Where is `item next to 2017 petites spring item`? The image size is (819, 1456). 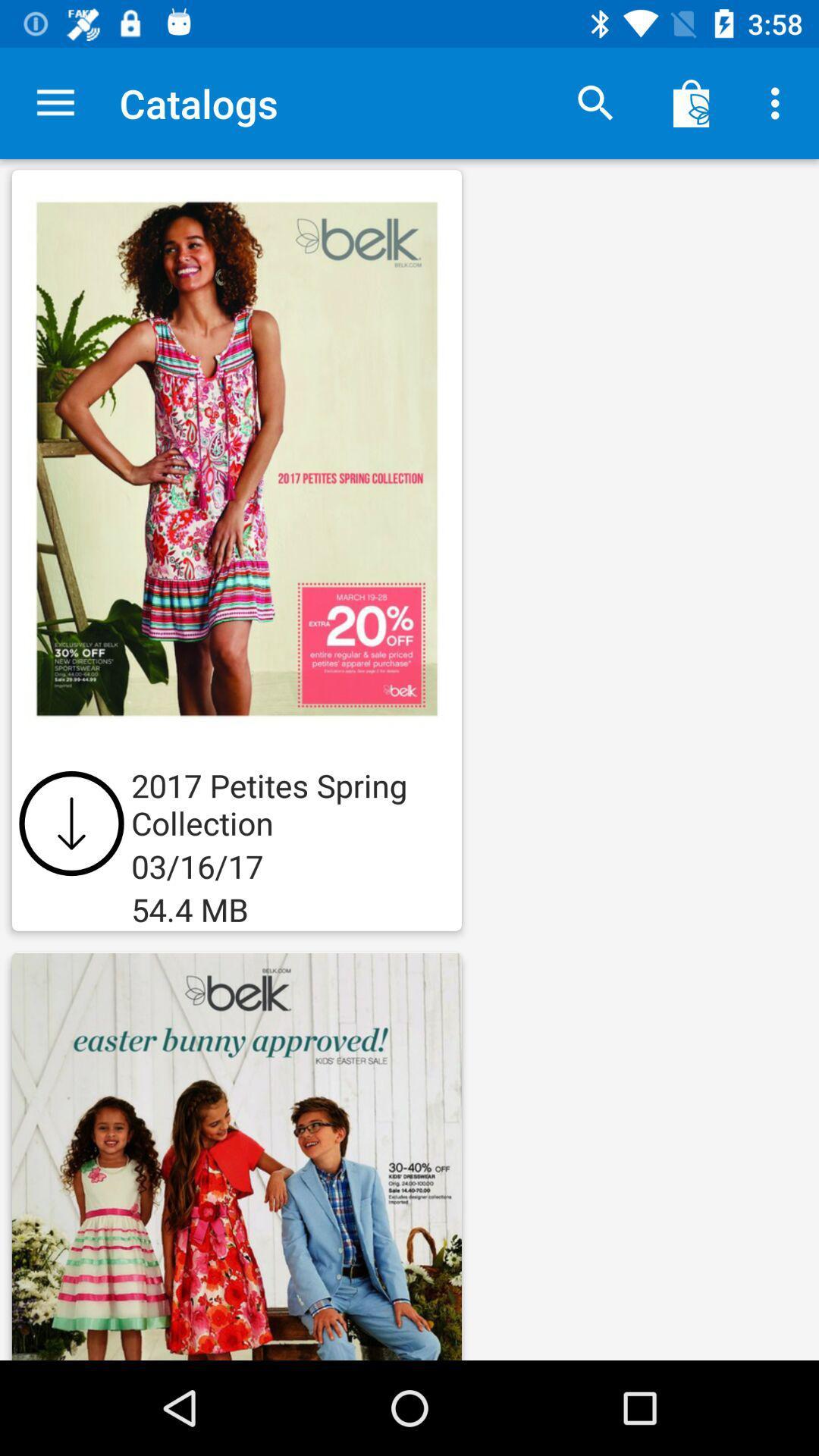
item next to 2017 petites spring item is located at coordinates (71, 822).